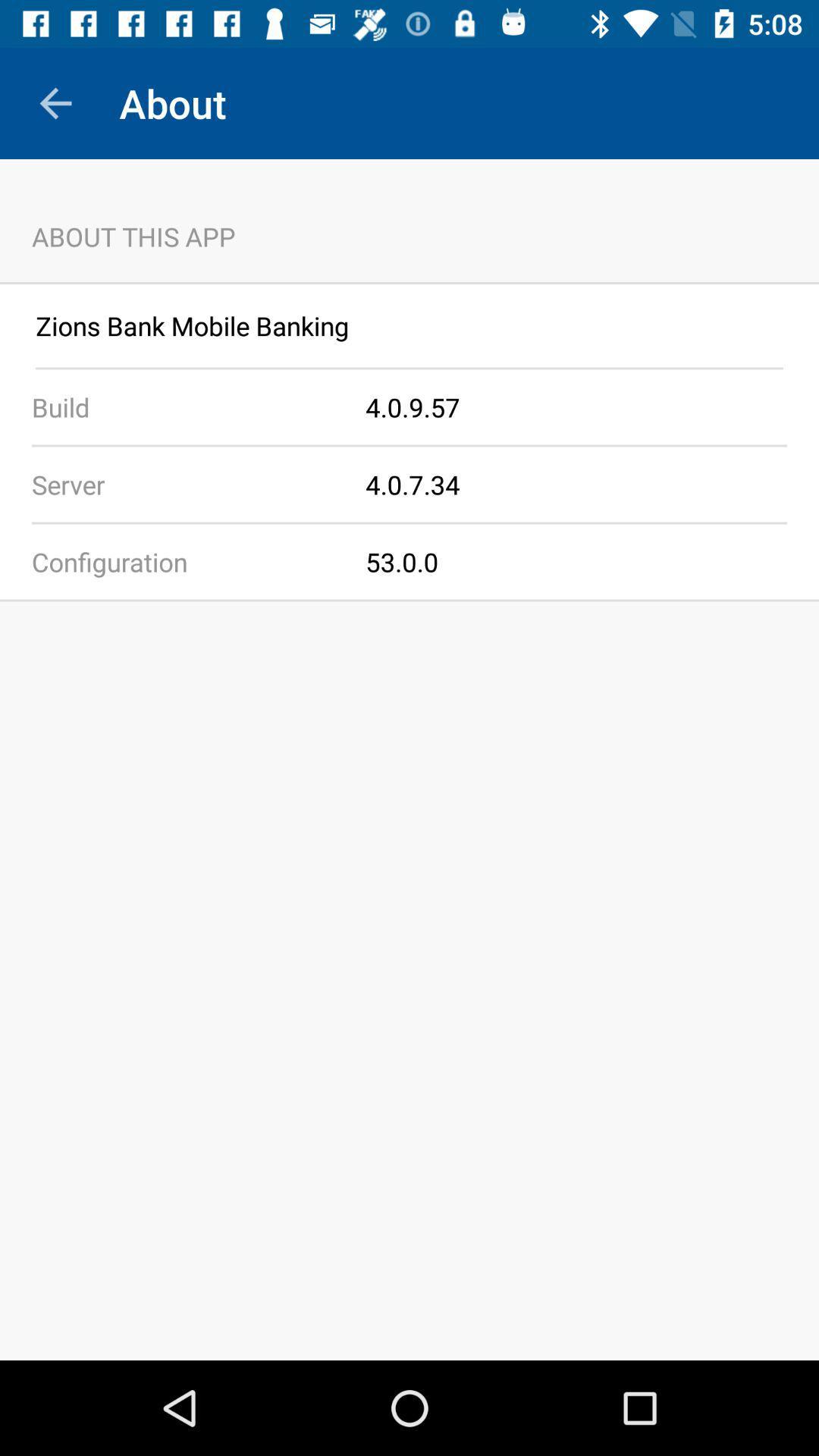 Image resolution: width=819 pixels, height=1456 pixels. Describe the element at coordinates (182, 407) in the screenshot. I see `build app` at that location.